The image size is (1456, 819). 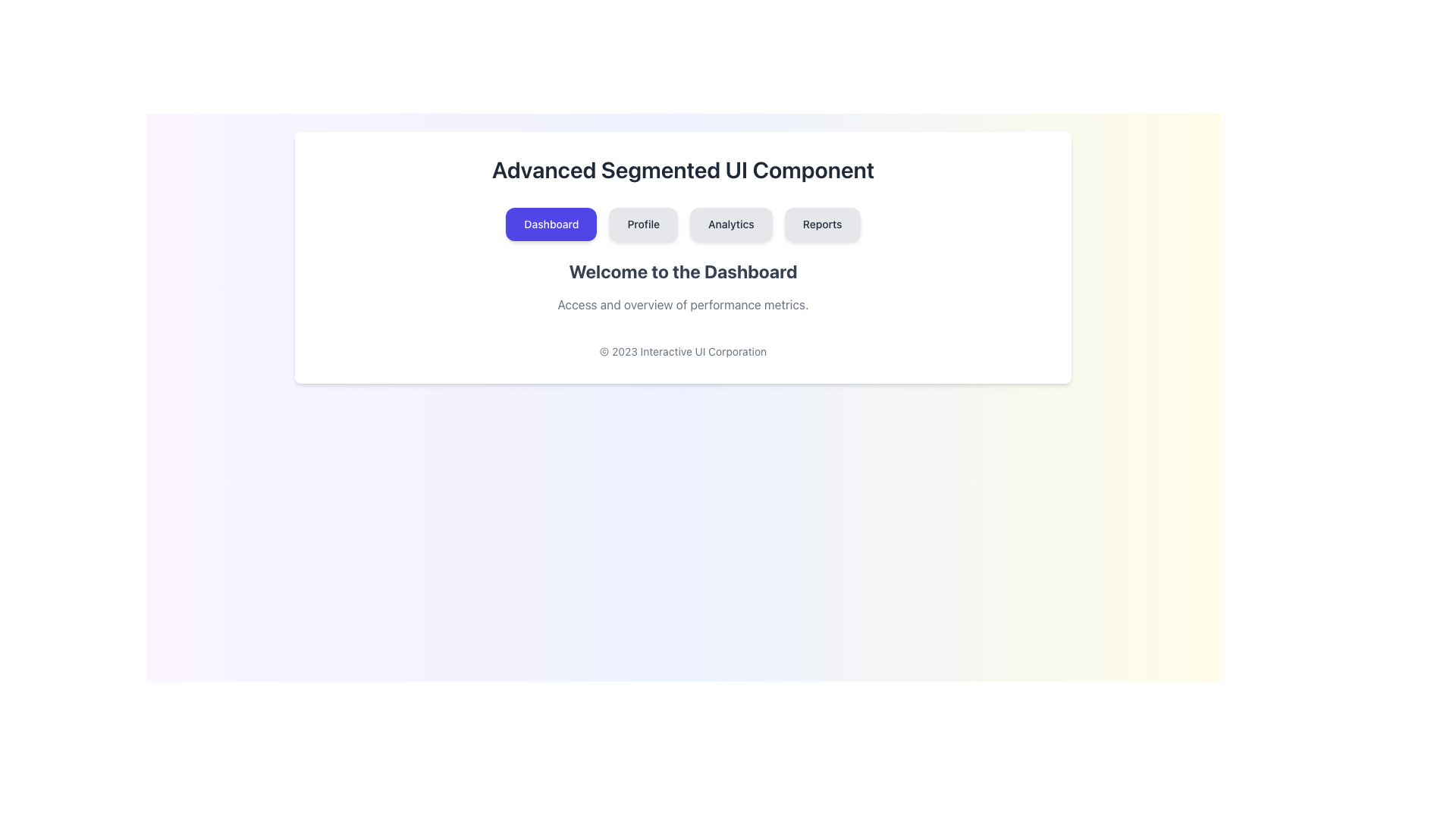 I want to click on the 'Reports' button, which is a rectangular button with rounded corners, featuring bold text in dark gray on a light gray background, positioned in the top-center of the interface, so click(x=821, y=224).